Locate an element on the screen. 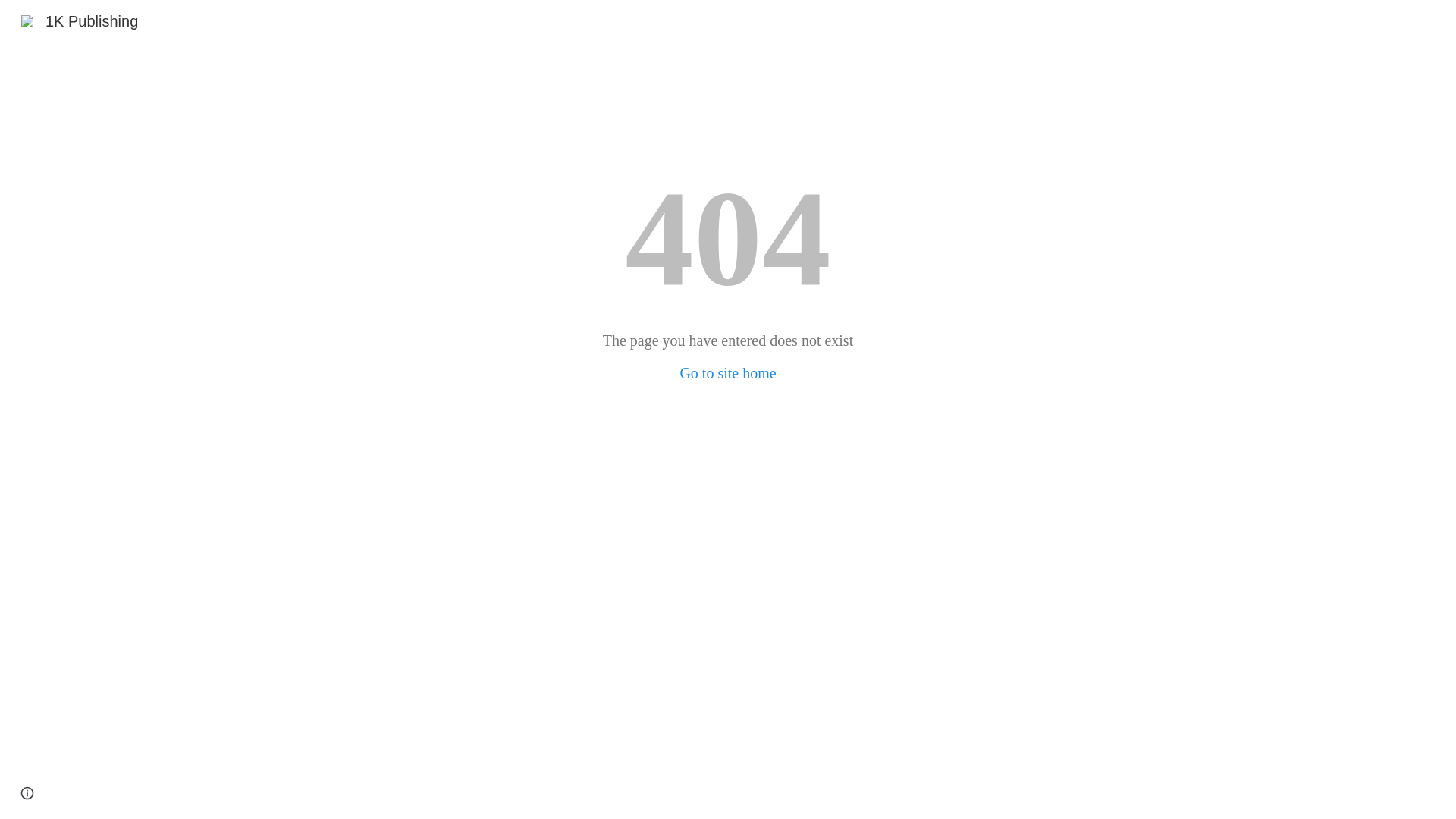  'Go to site home' is located at coordinates (726, 373).